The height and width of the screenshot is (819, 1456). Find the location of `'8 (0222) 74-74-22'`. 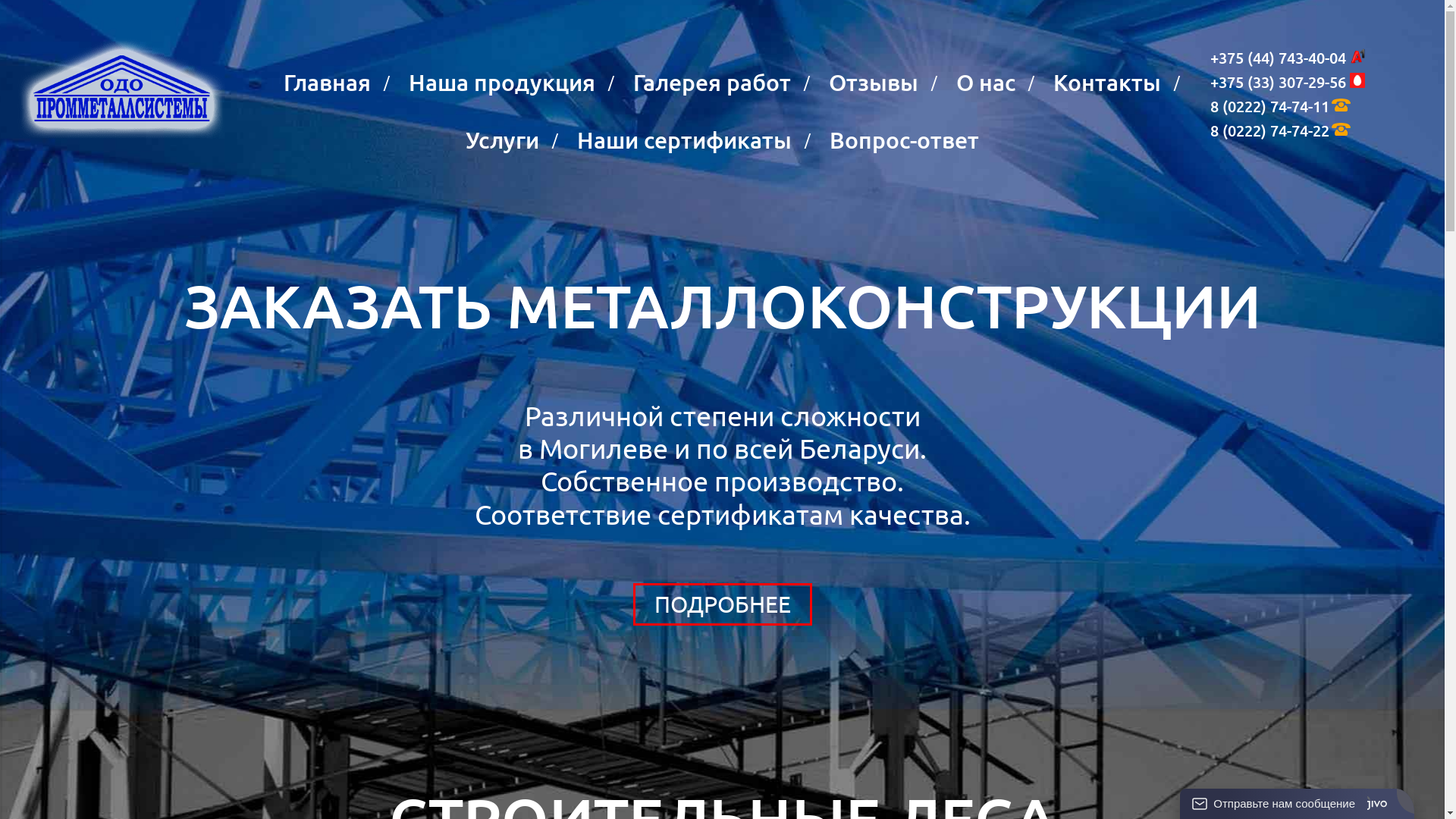

'8 (0222) 74-74-22' is located at coordinates (1269, 130).